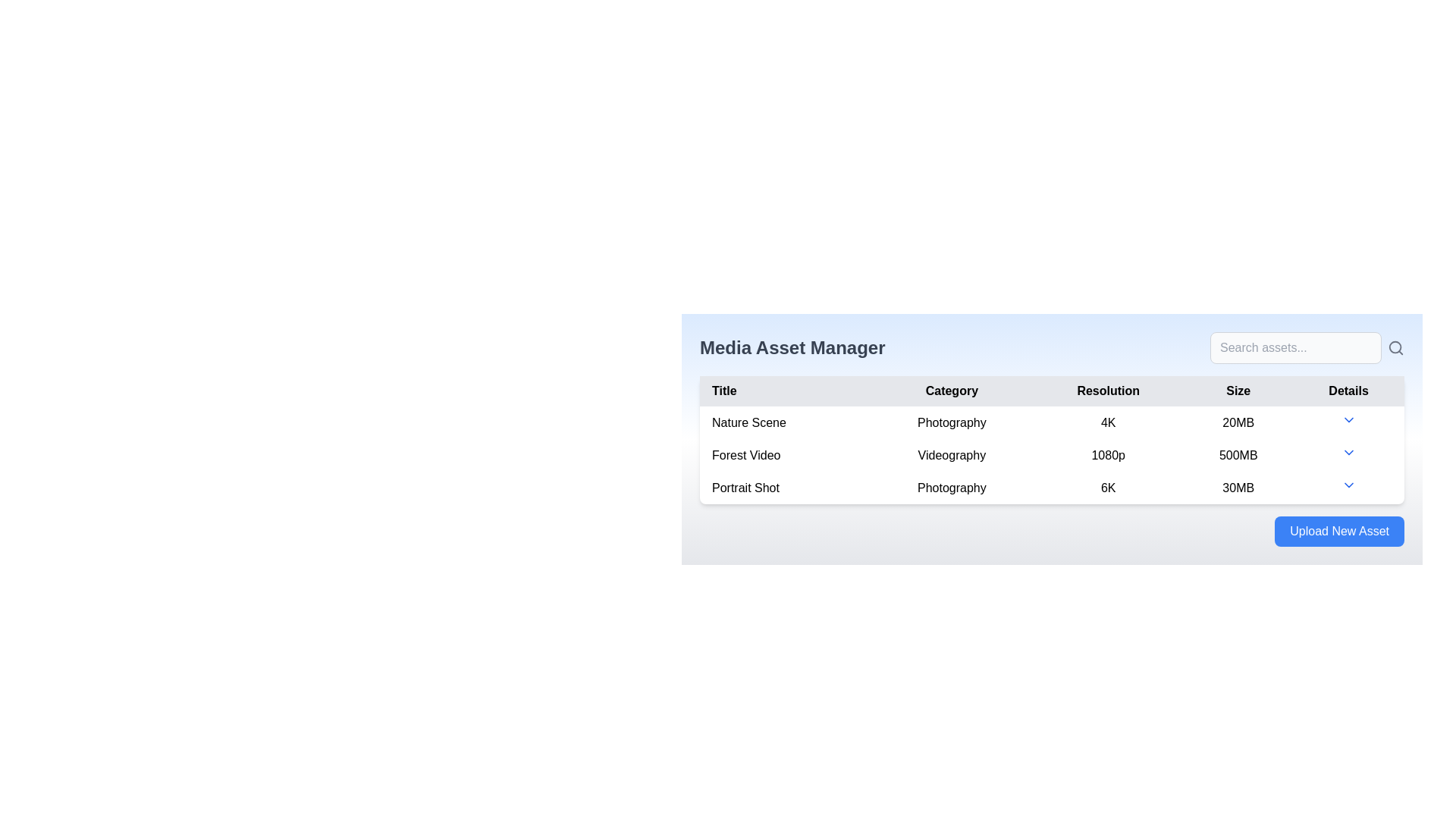  Describe the element at coordinates (1108, 488) in the screenshot. I see `the Label displaying '6K' in bold, which is located under the 'Resolution' column in the asset attributes table` at that location.